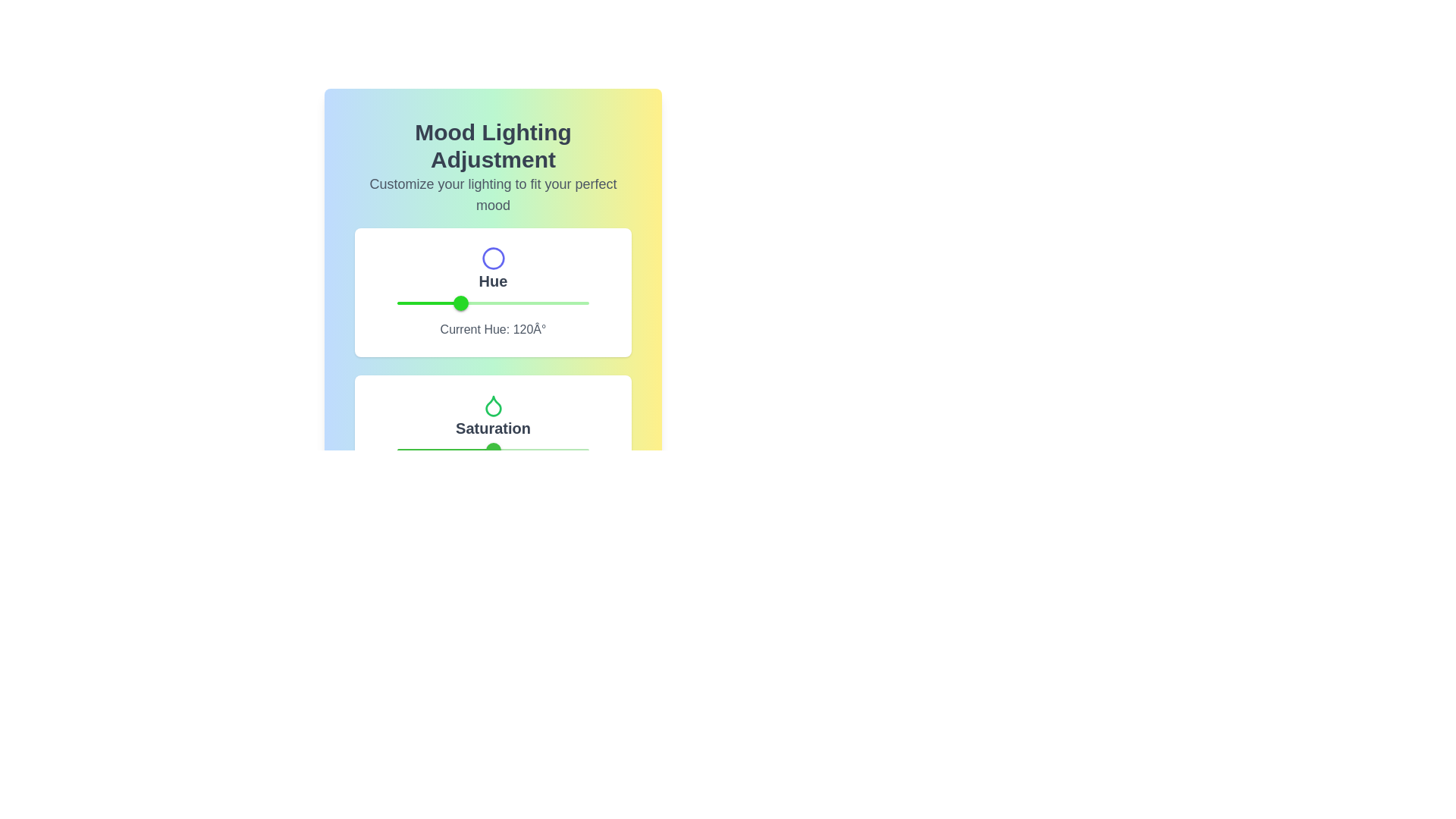 This screenshot has width=1456, height=819. I want to click on the slider, so click(520, 450).